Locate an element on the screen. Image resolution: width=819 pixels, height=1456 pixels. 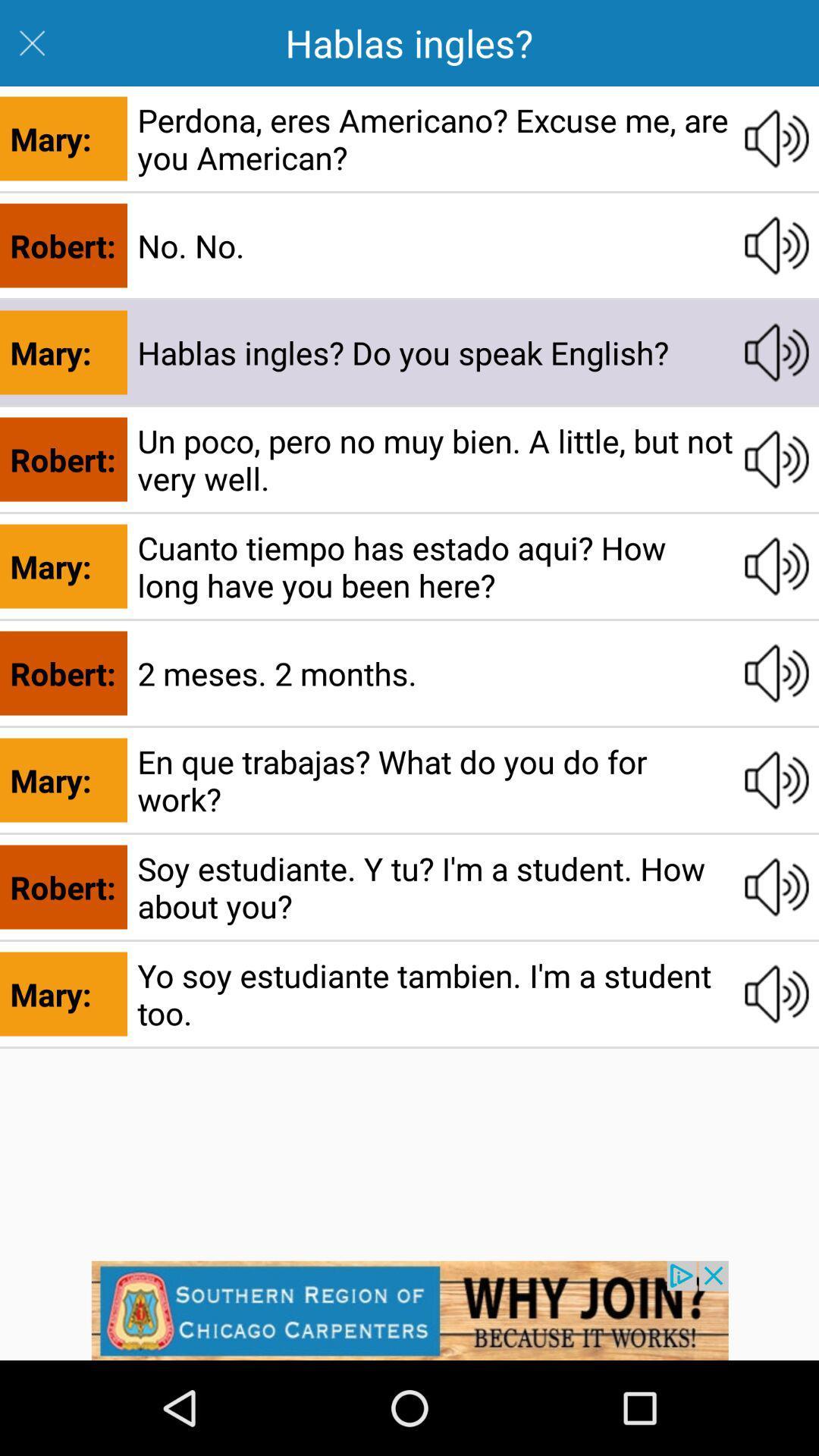
click volume button is located at coordinates (777, 352).